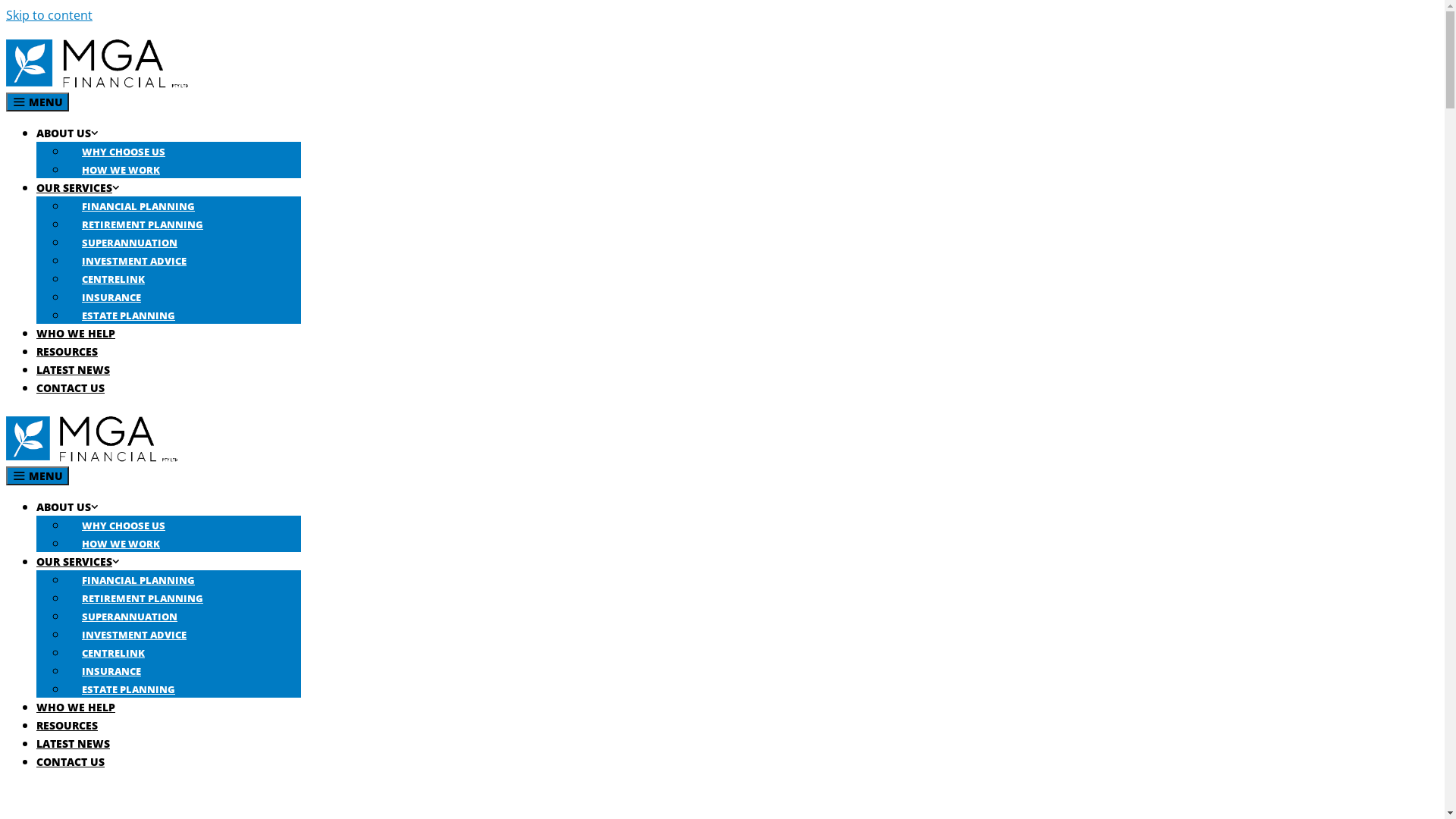  Describe the element at coordinates (72, 742) in the screenshot. I see `'LATEST NEWS'` at that location.